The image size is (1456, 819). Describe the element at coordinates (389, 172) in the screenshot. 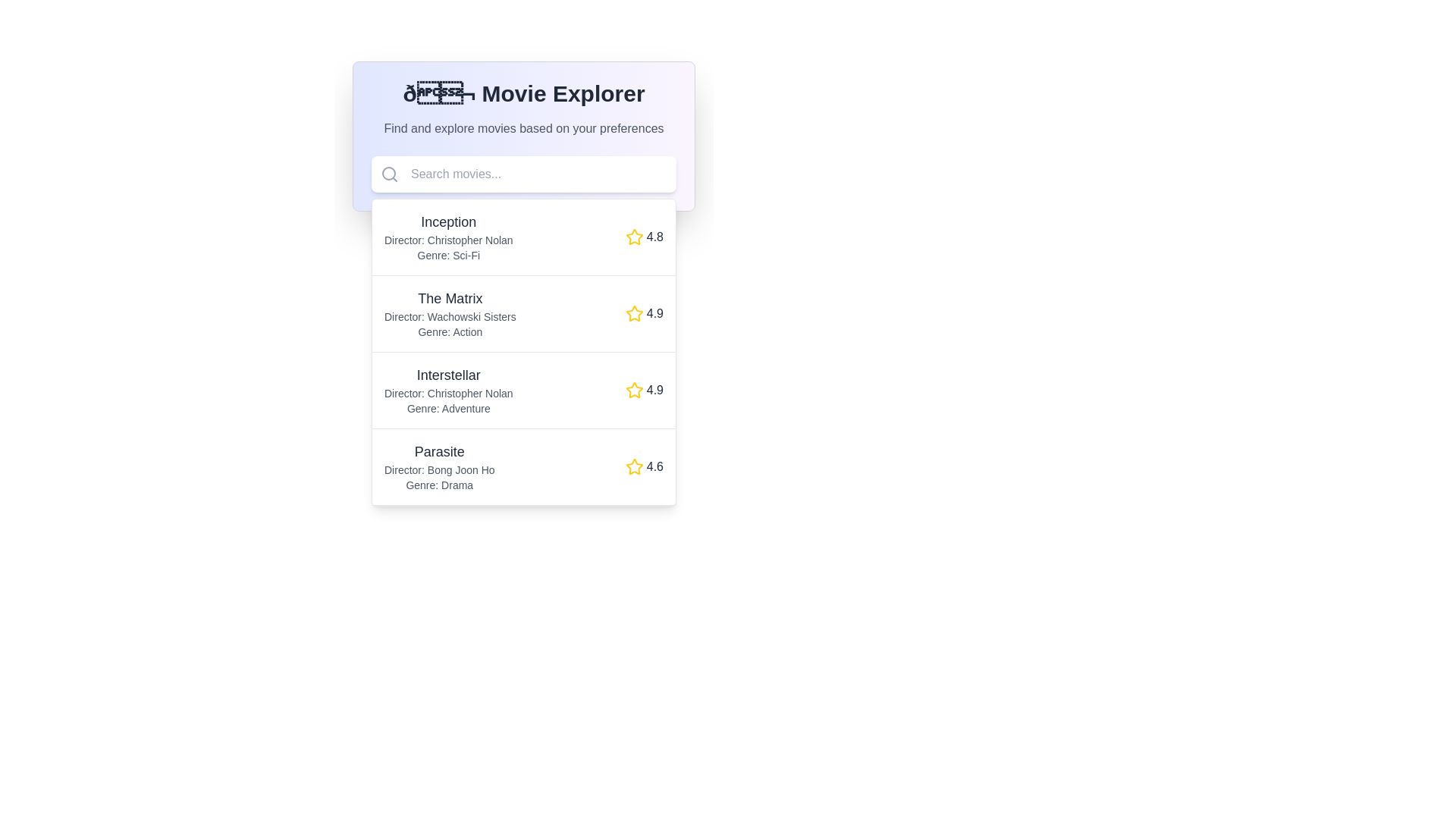

I see `the circular SVG element that is part of the search icon within the search bar, positioned near the 'Search movies...' text input` at that location.